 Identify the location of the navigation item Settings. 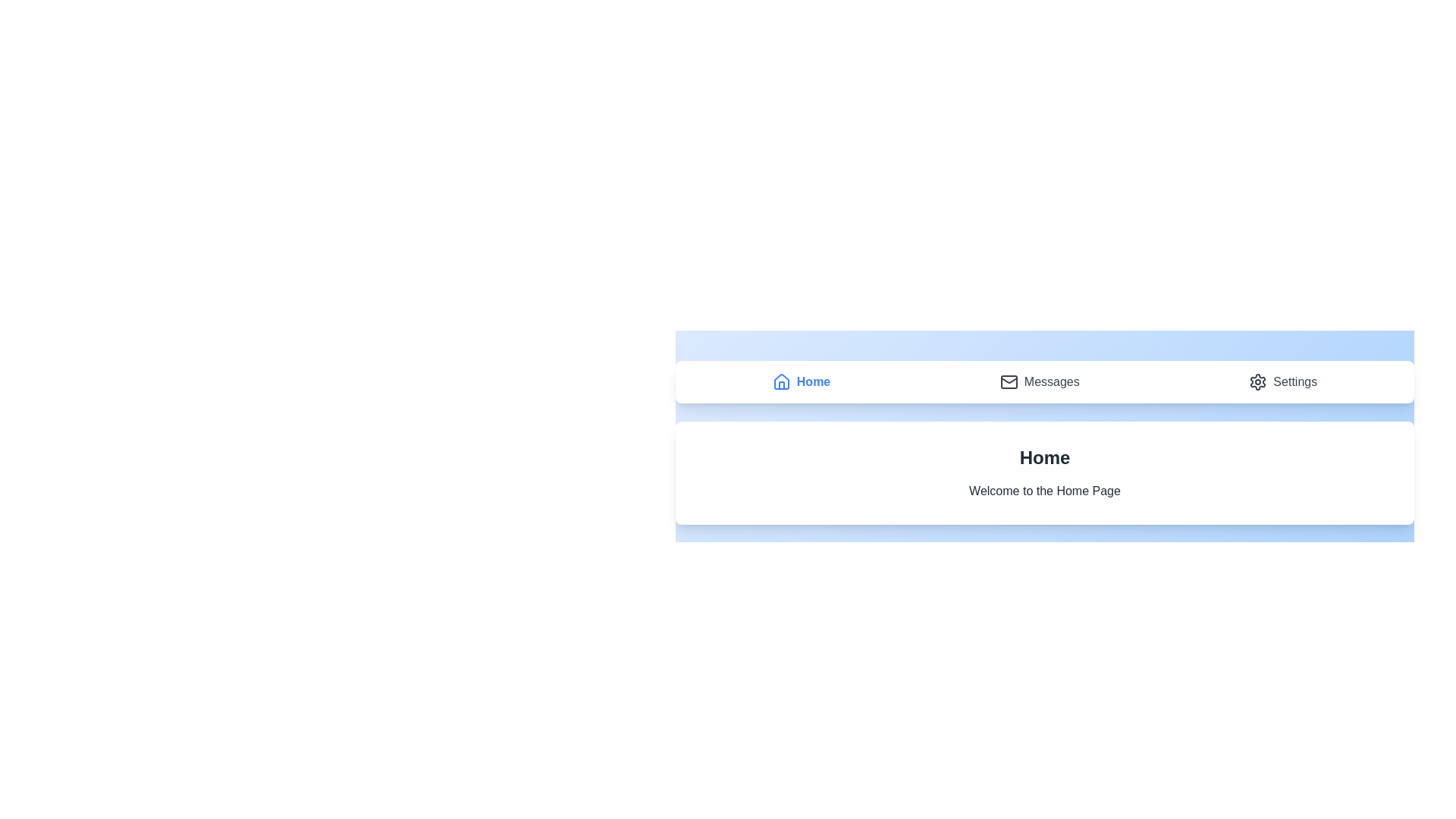
(1282, 381).